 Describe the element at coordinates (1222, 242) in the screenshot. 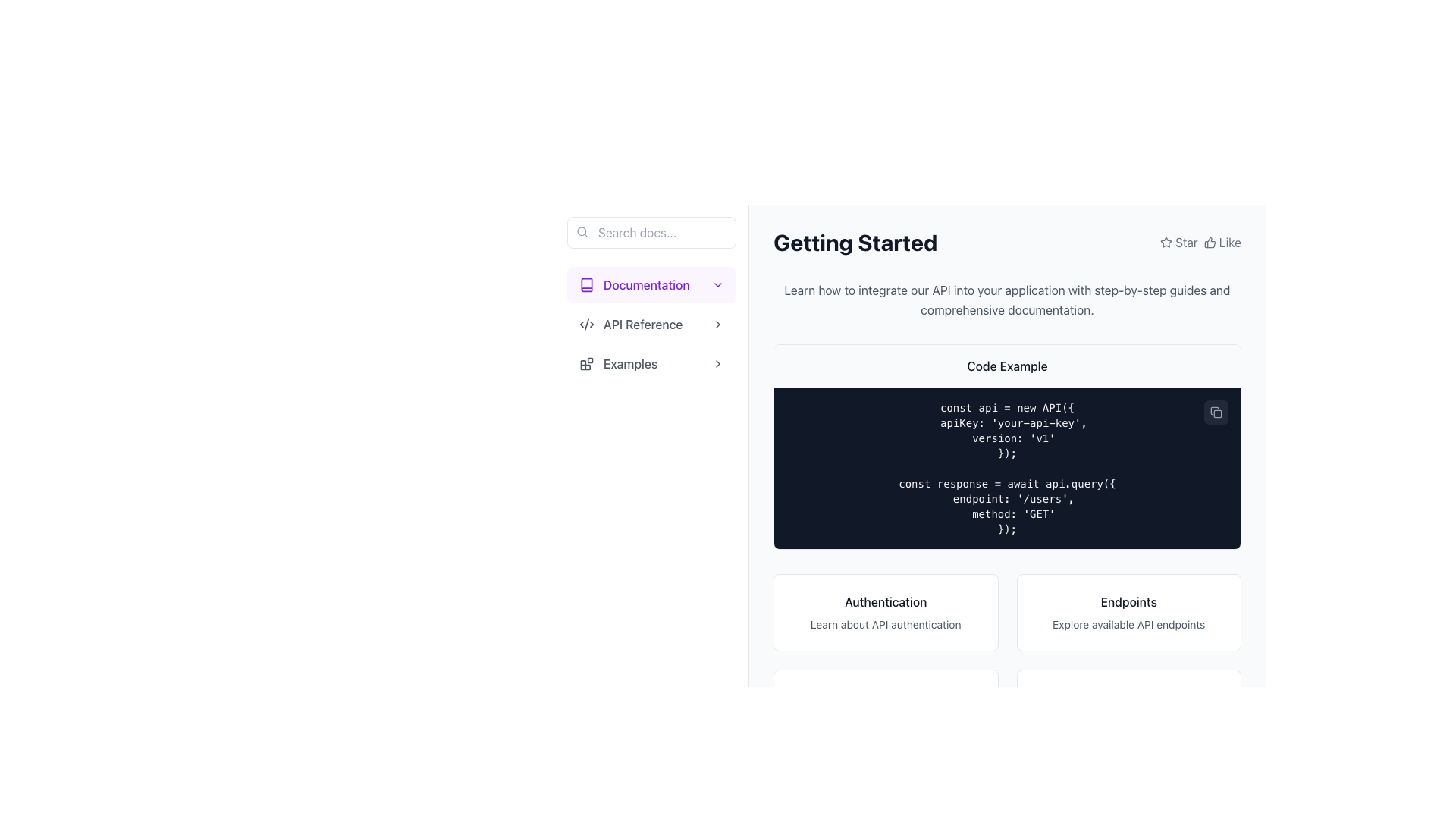

I see `the 'Like' button, which consists of a thumbs-up icon and the word 'Like', located in the top-right corner of the 'Getting Started' section` at that location.